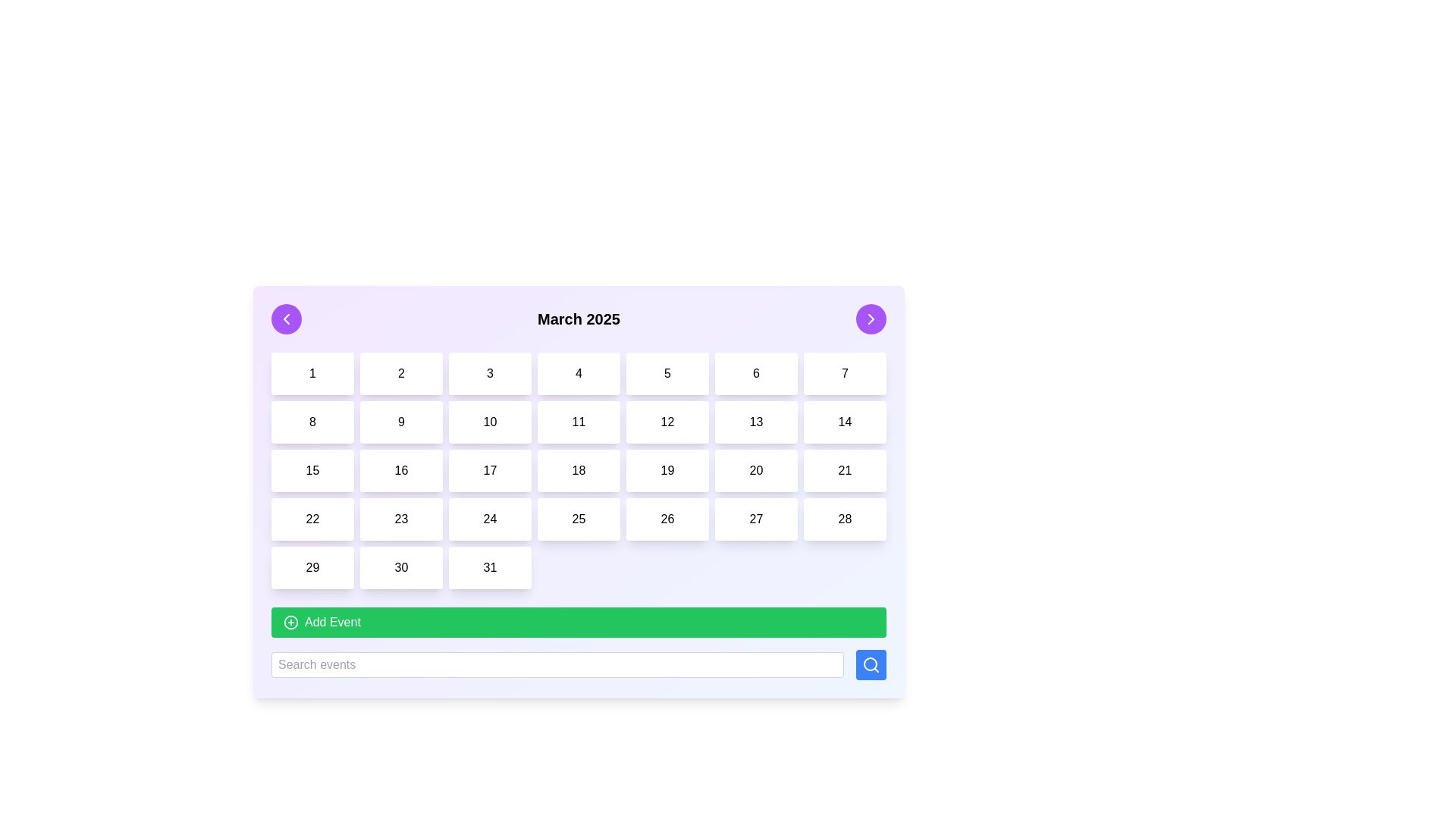 This screenshot has width=1456, height=819. Describe the element at coordinates (871, 318) in the screenshot. I see `the purple circular button with a chevron design in the top-right corner of the calendar interface` at that location.